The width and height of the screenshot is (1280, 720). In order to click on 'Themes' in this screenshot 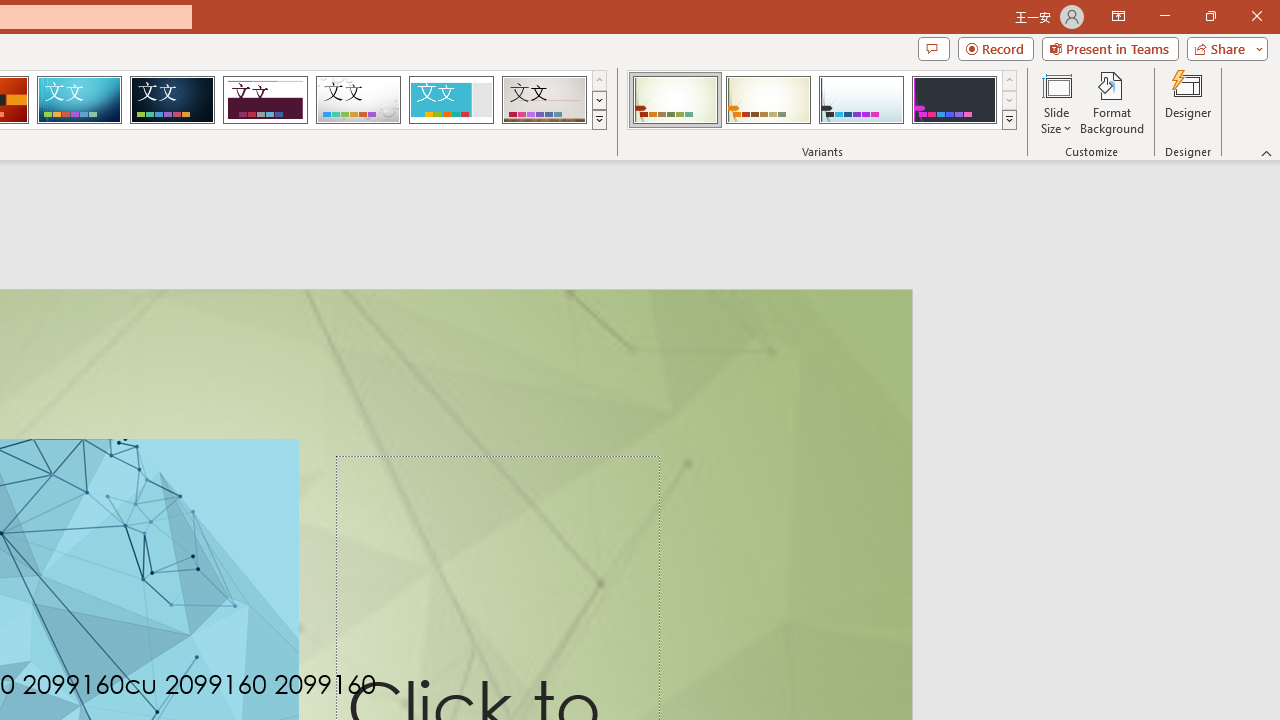, I will do `click(598, 120)`.